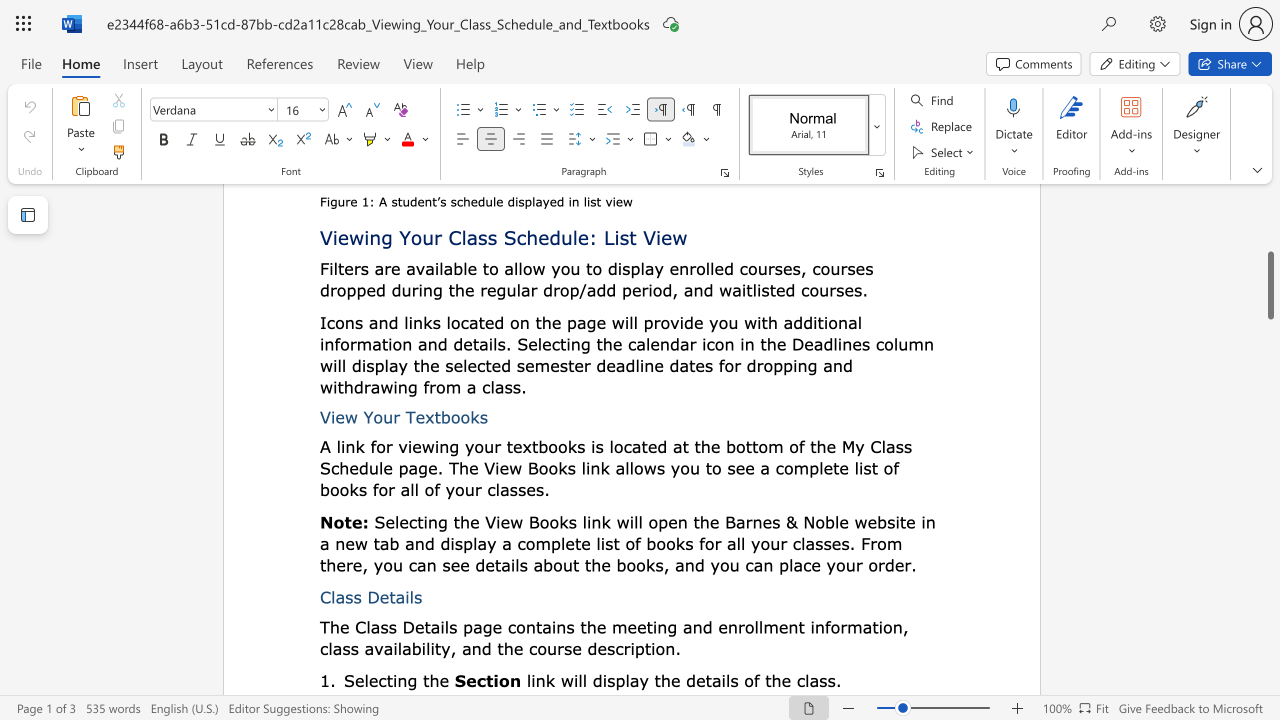 The width and height of the screenshot is (1280, 720). What do you see at coordinates (1269, 285) in the screenshot?
I see `the scrollbar and move down 2030 pixels` at bounding box center [1269, 285].